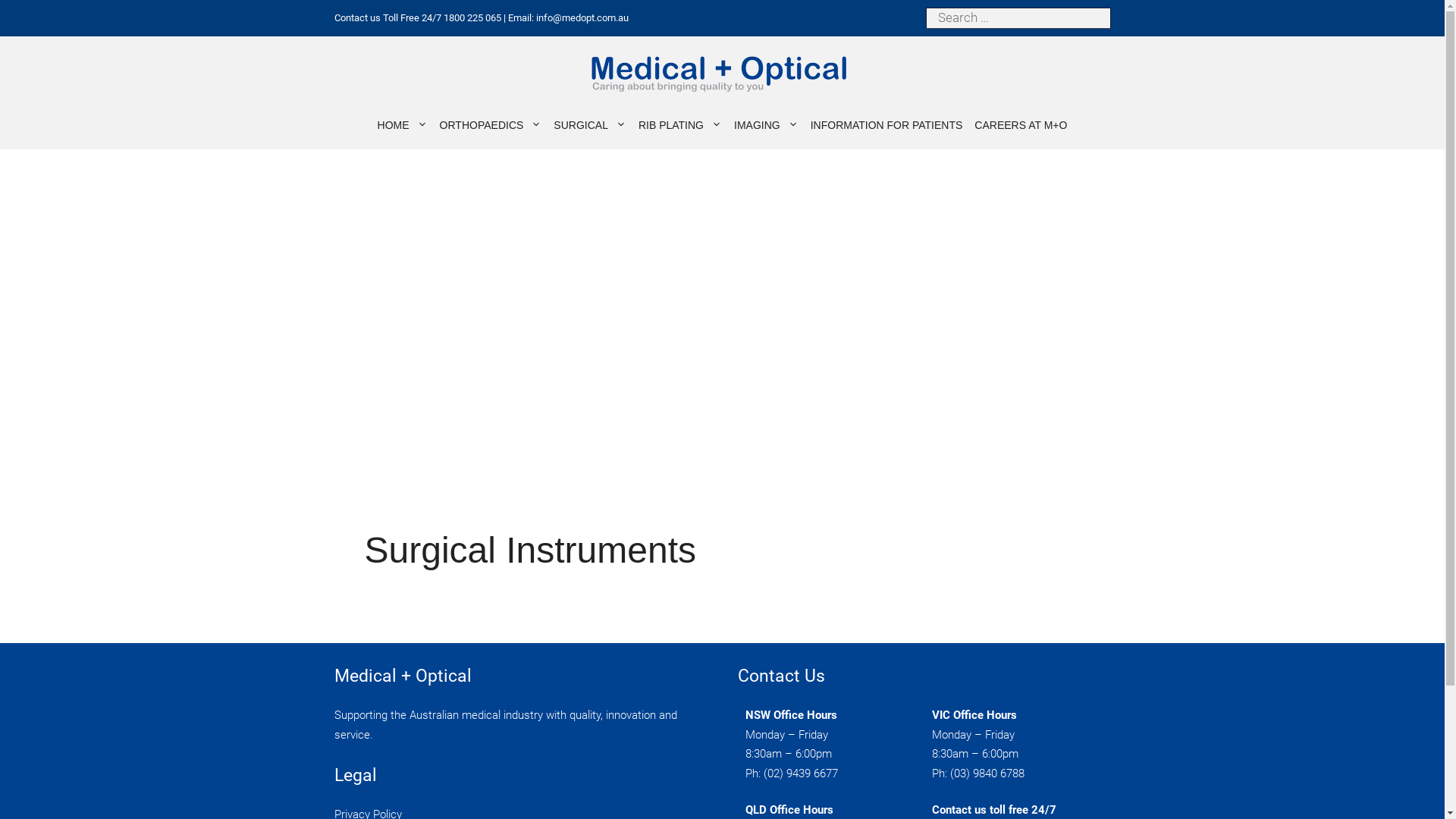 The image size is (1456, 819). I want to click on 'IMAGING', so click(766, 124).